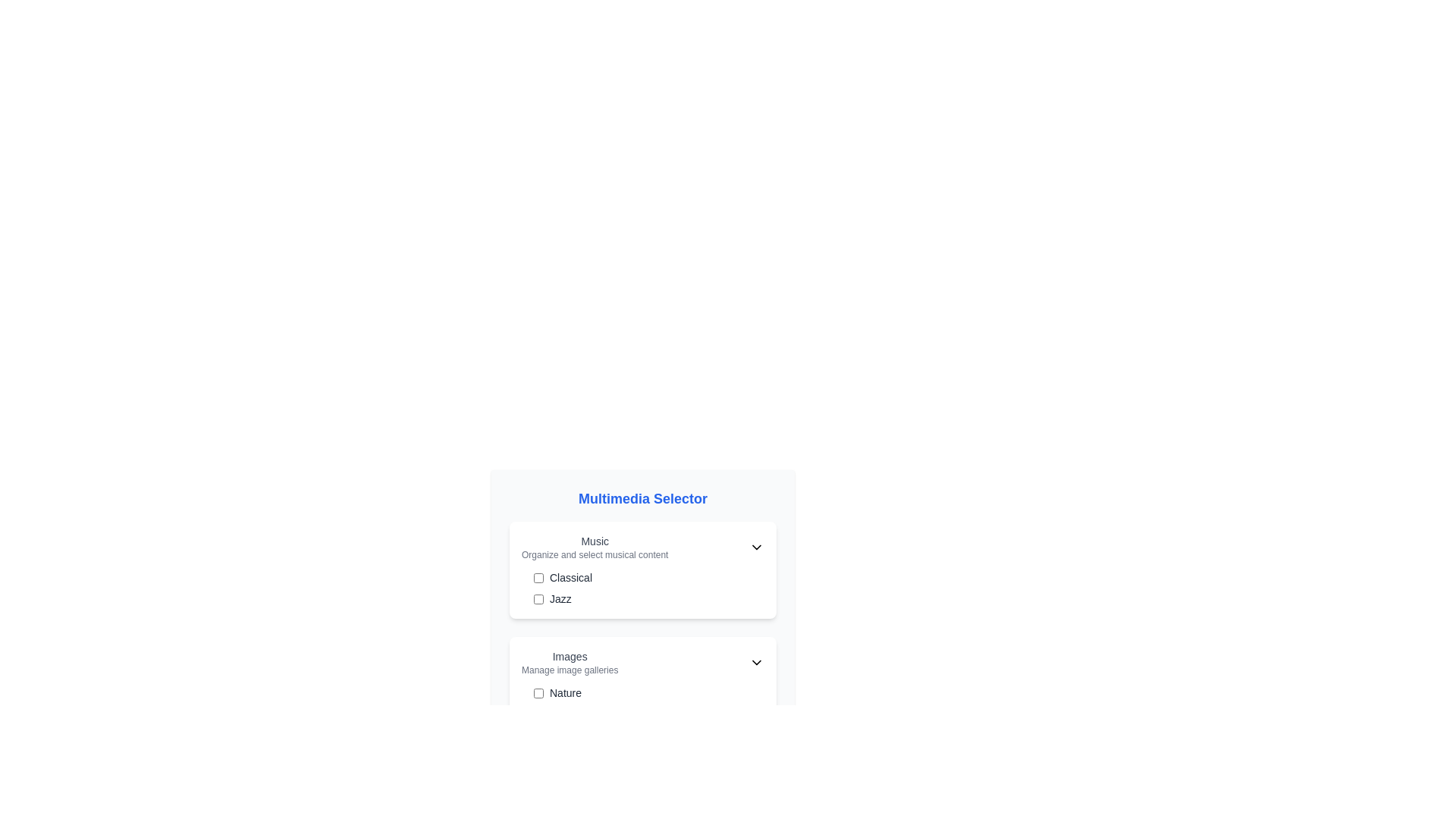 This screenshot has height=819, width=1456. I want to click on the checkbox labeled 'Nature' which is the first checkbox in the vertically stacked list inside the 'Images' panel under the 'Multimedia Selector' section, so click(643, 704).